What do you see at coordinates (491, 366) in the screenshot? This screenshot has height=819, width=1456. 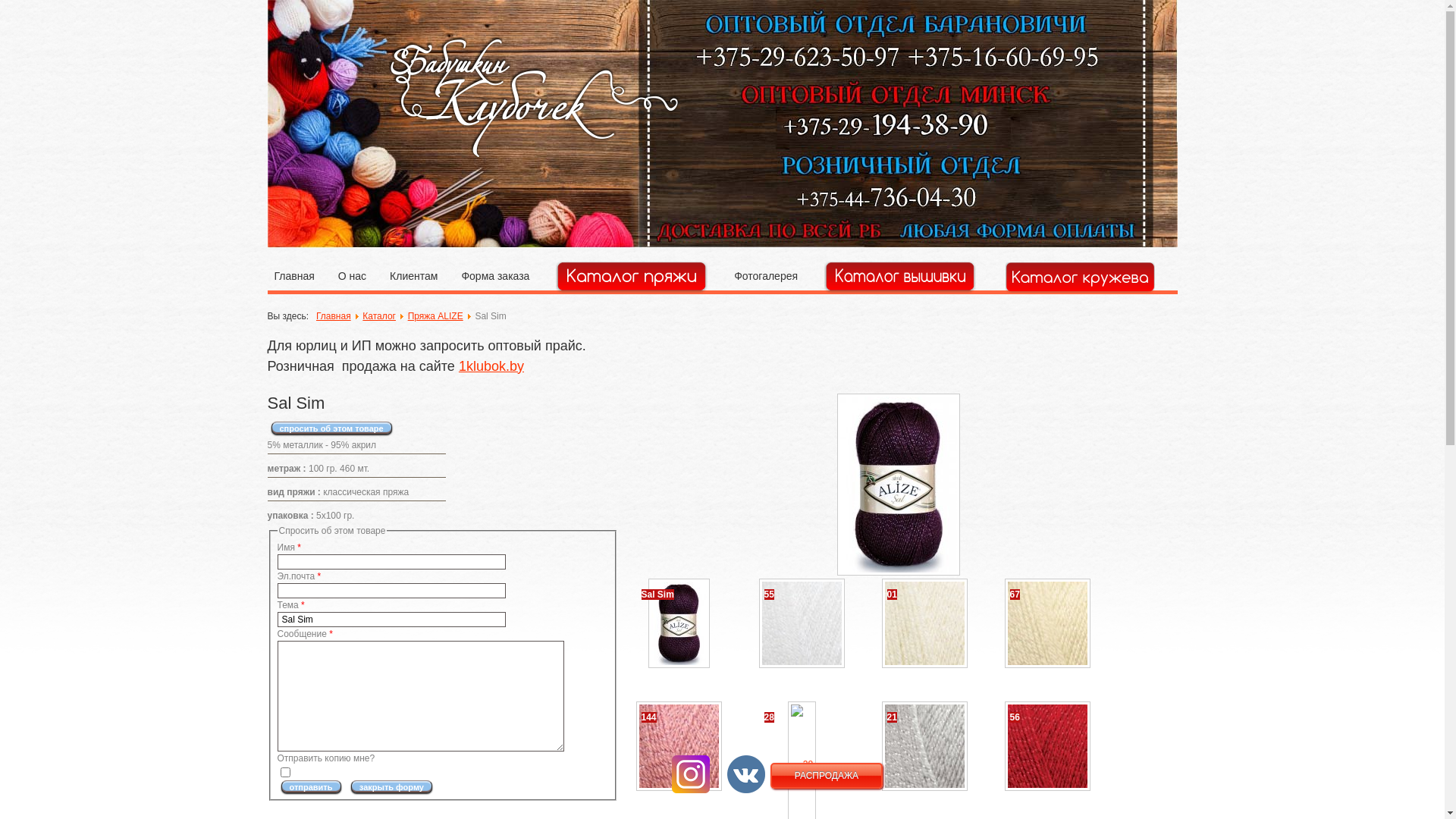 I see `'1klubok.by'` at bounding box center [491, 366].